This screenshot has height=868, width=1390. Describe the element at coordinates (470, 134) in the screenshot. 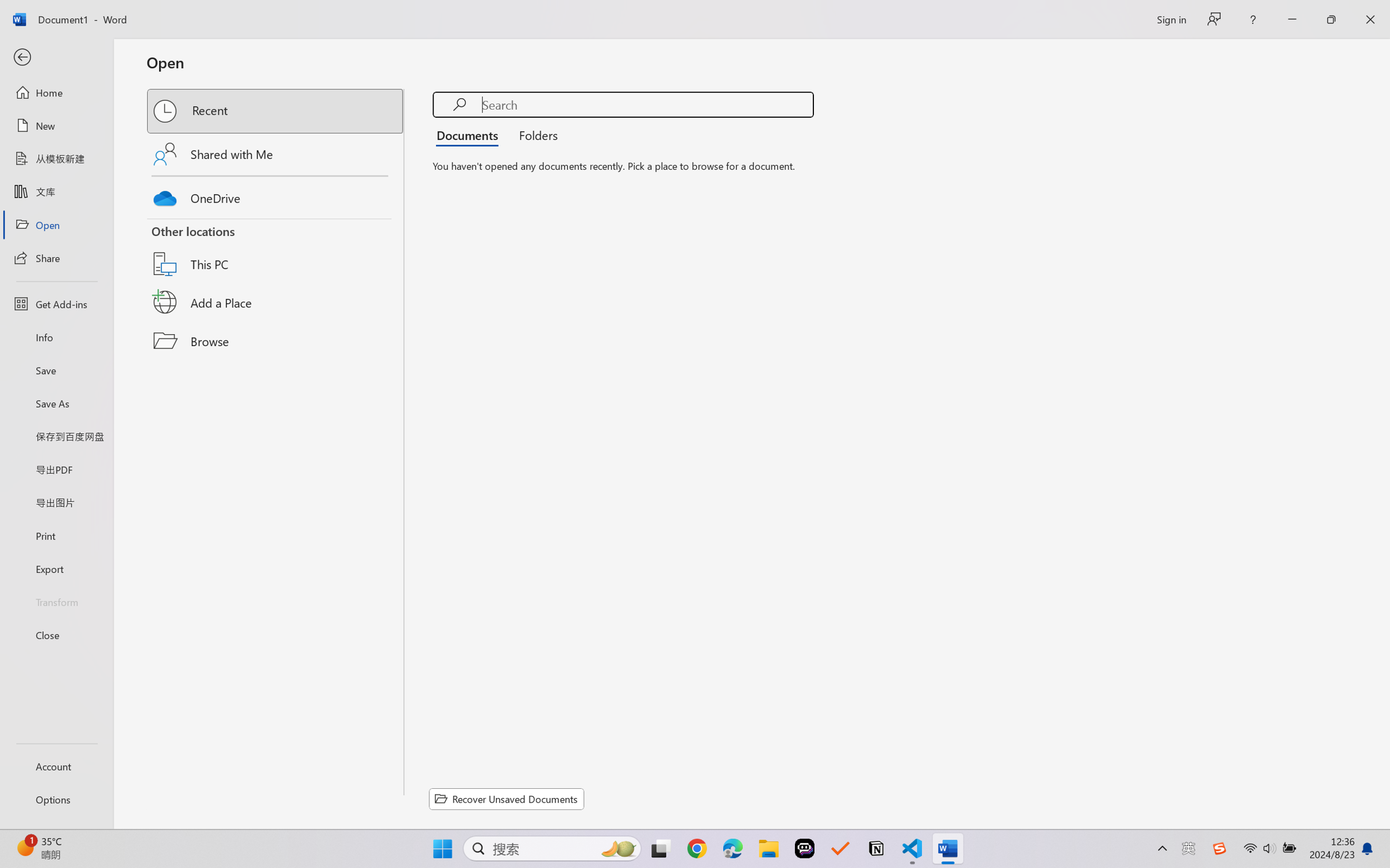

I see `'Documents'` at that location.